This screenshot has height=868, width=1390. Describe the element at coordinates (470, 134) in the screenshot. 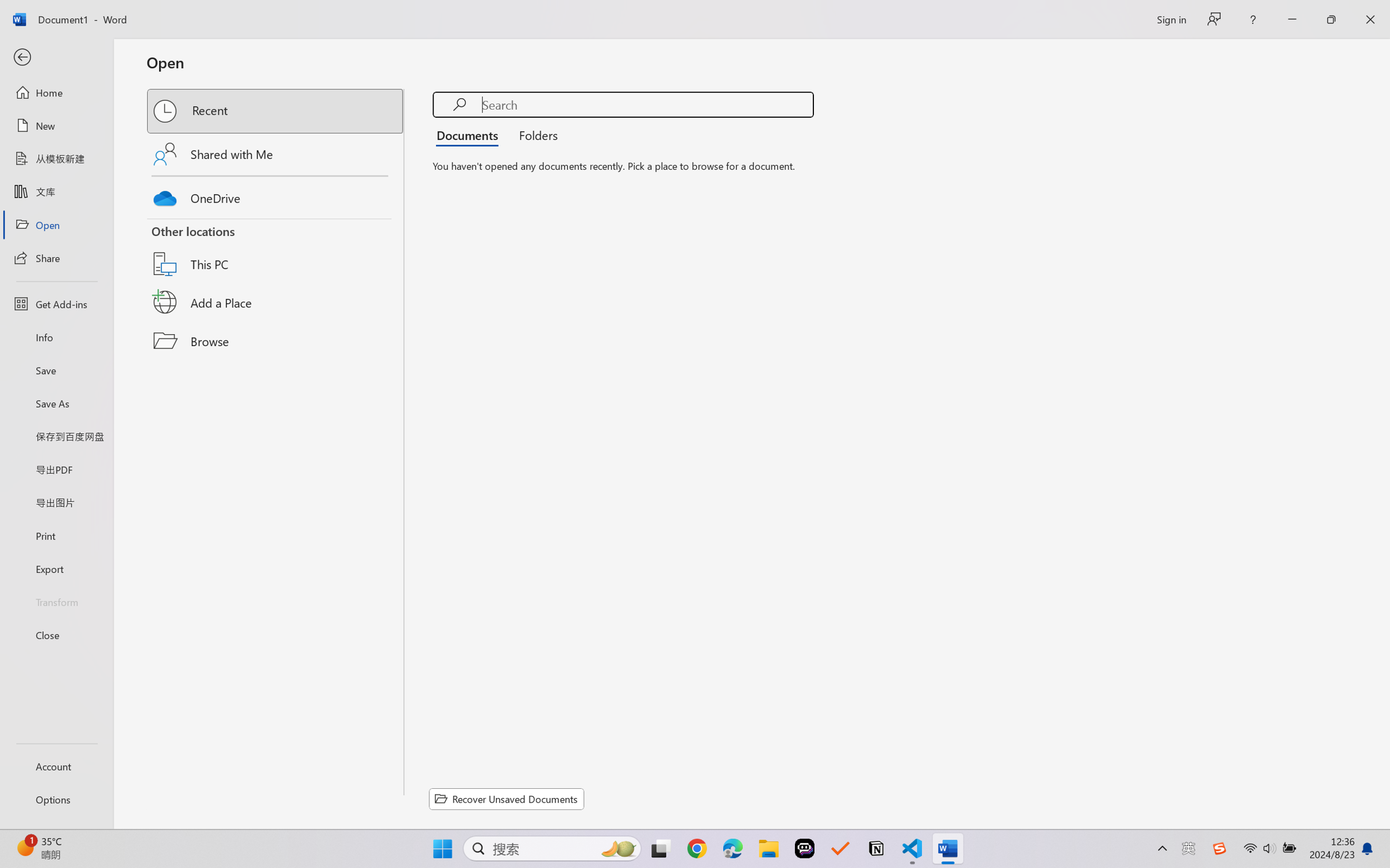

I see `'Documents'` at that location.